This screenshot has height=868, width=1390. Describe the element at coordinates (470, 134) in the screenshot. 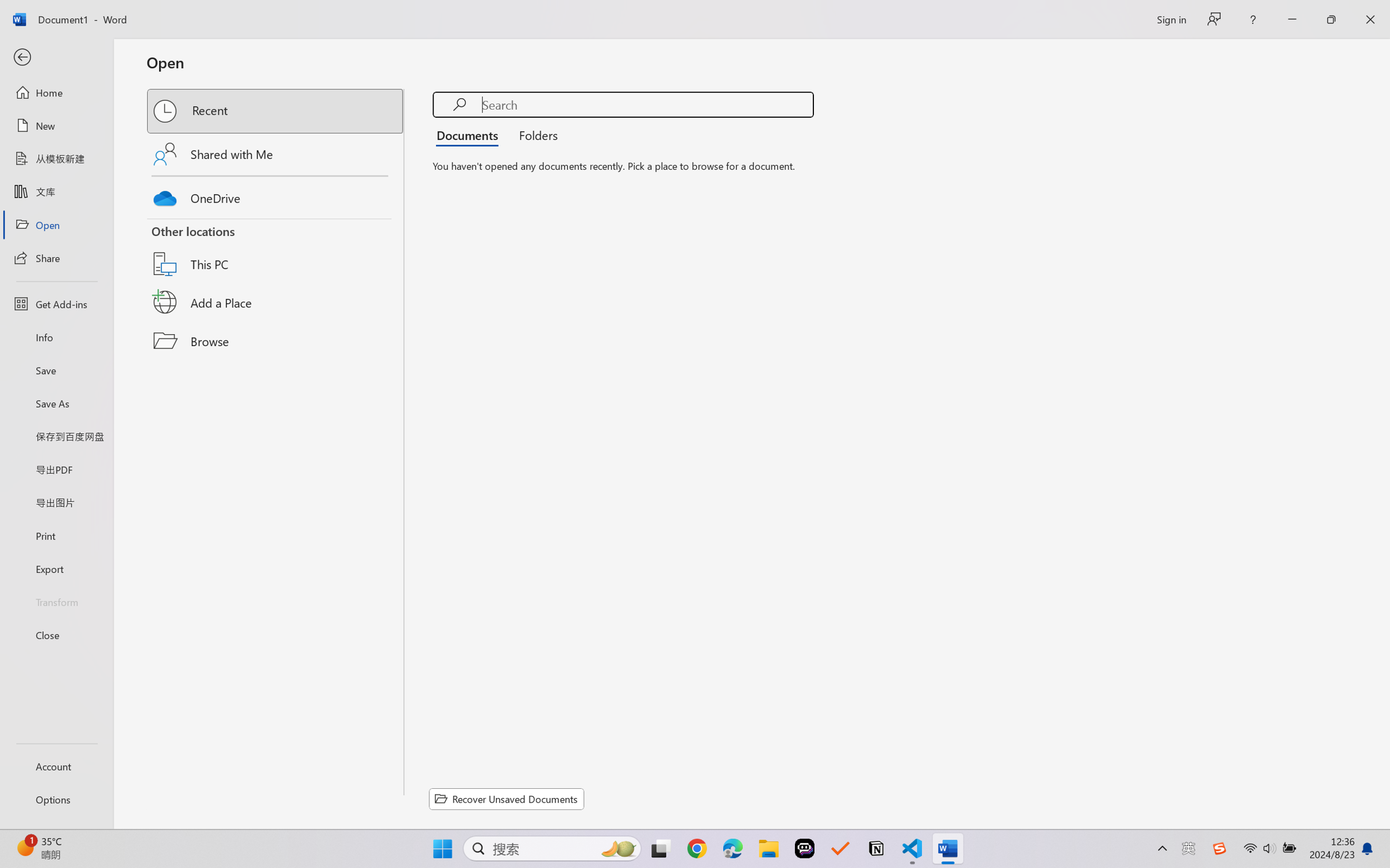

I see `'Documents'` at that location.